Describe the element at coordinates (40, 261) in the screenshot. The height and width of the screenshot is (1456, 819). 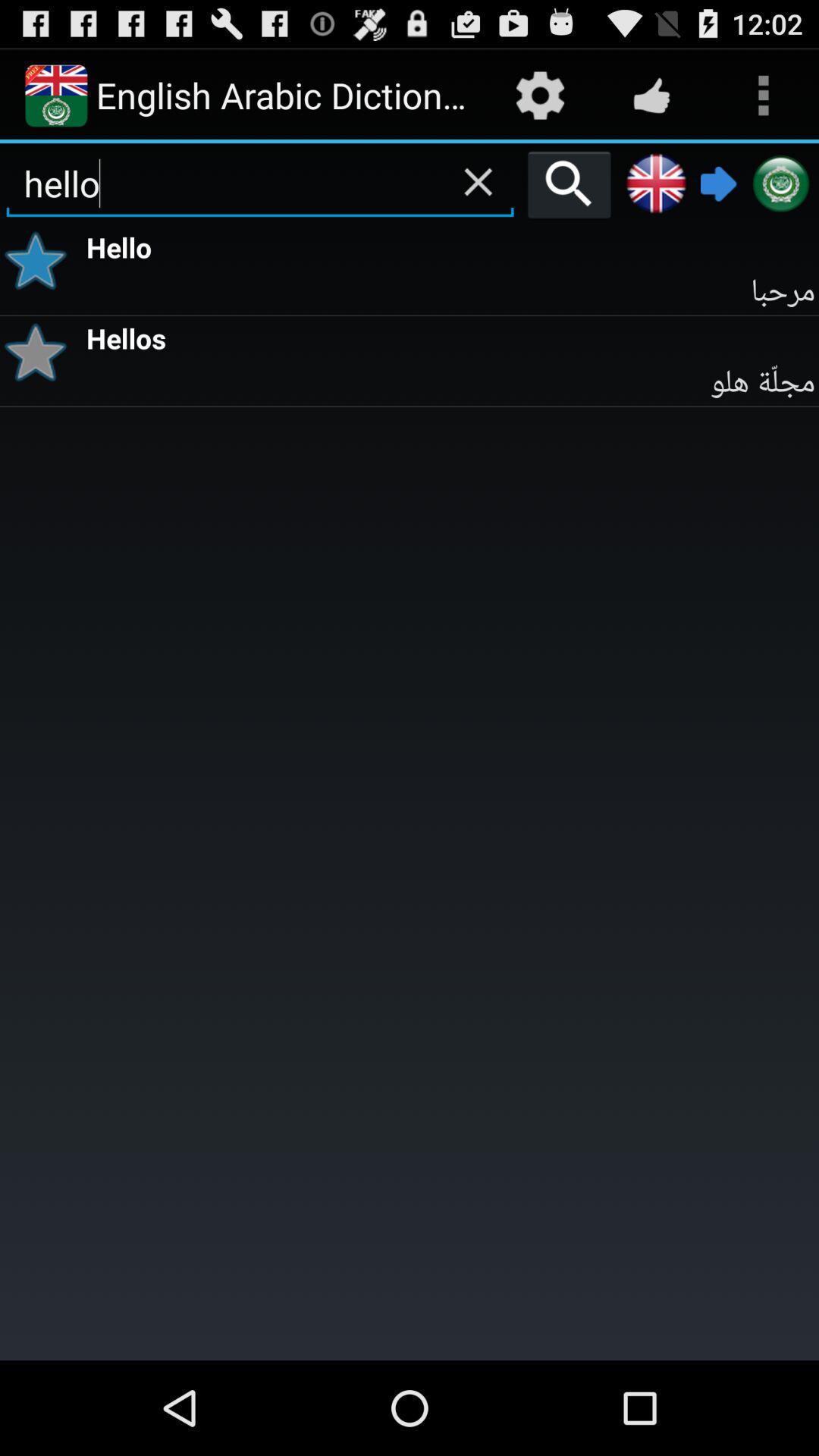
I see `preference button` at that location.